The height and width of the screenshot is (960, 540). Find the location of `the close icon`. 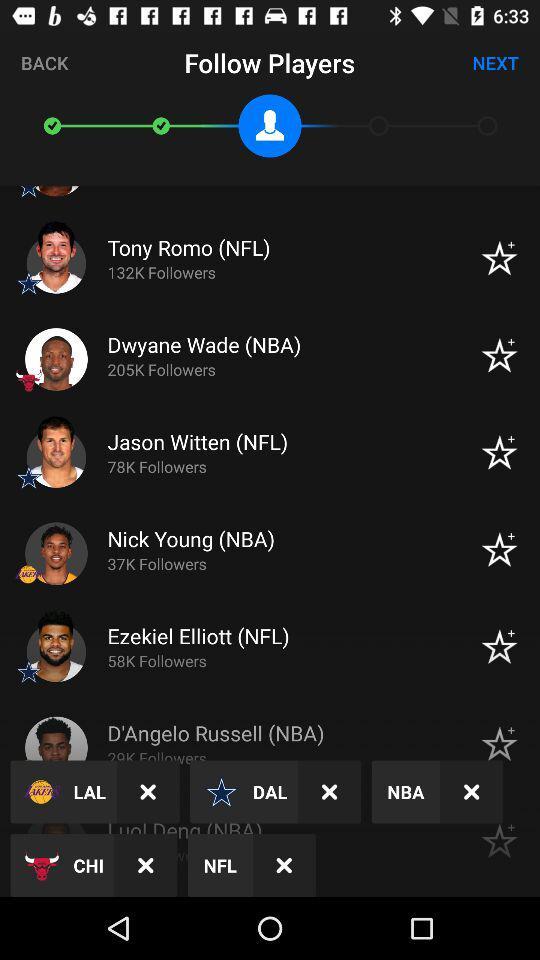

the close icon is located at coordinates (283, 864).